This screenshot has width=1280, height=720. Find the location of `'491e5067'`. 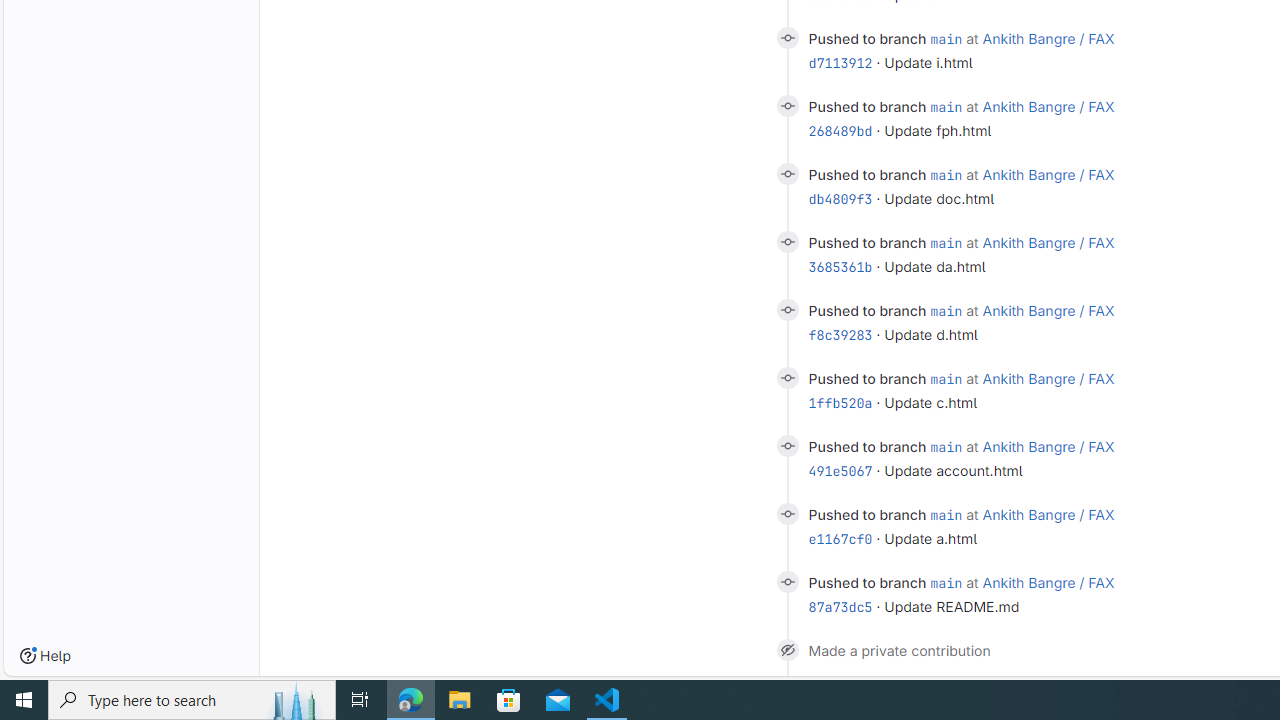

'491e5067' is located at coordinates (840, 471).